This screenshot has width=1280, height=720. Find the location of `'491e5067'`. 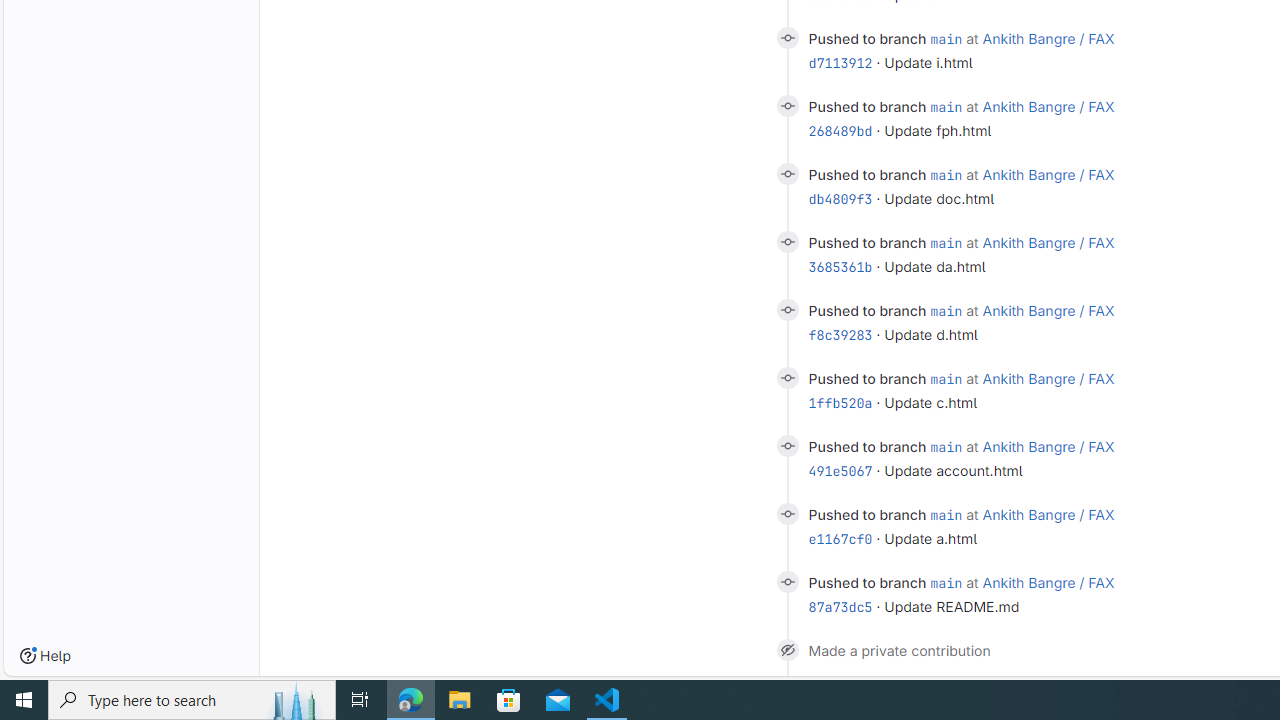

'491e5067' is located at coordinates (840, 471).